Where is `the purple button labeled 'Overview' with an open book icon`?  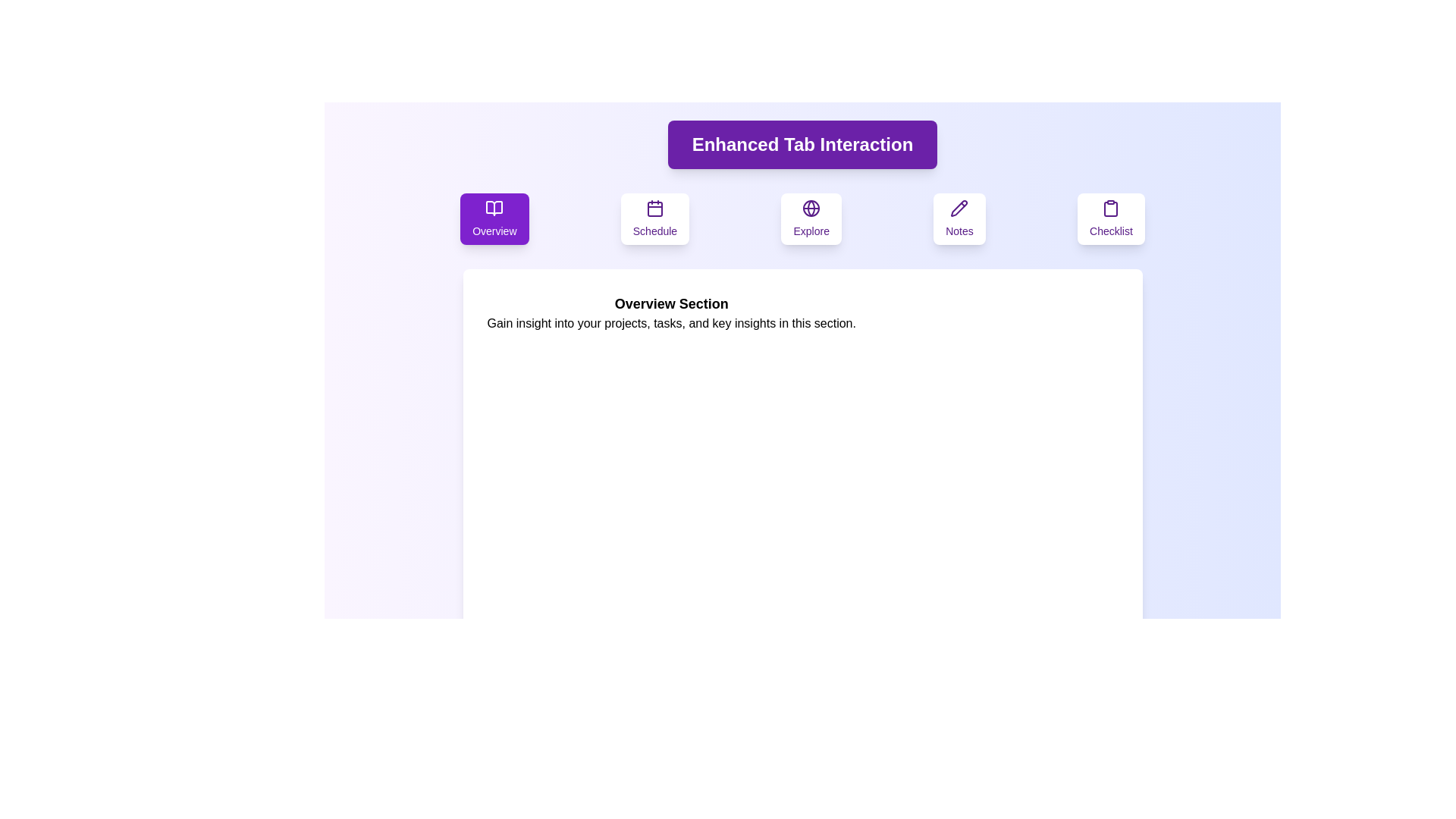 the purple button labeled 'Overview' with an open book icon is located at coordinates (494, 219).